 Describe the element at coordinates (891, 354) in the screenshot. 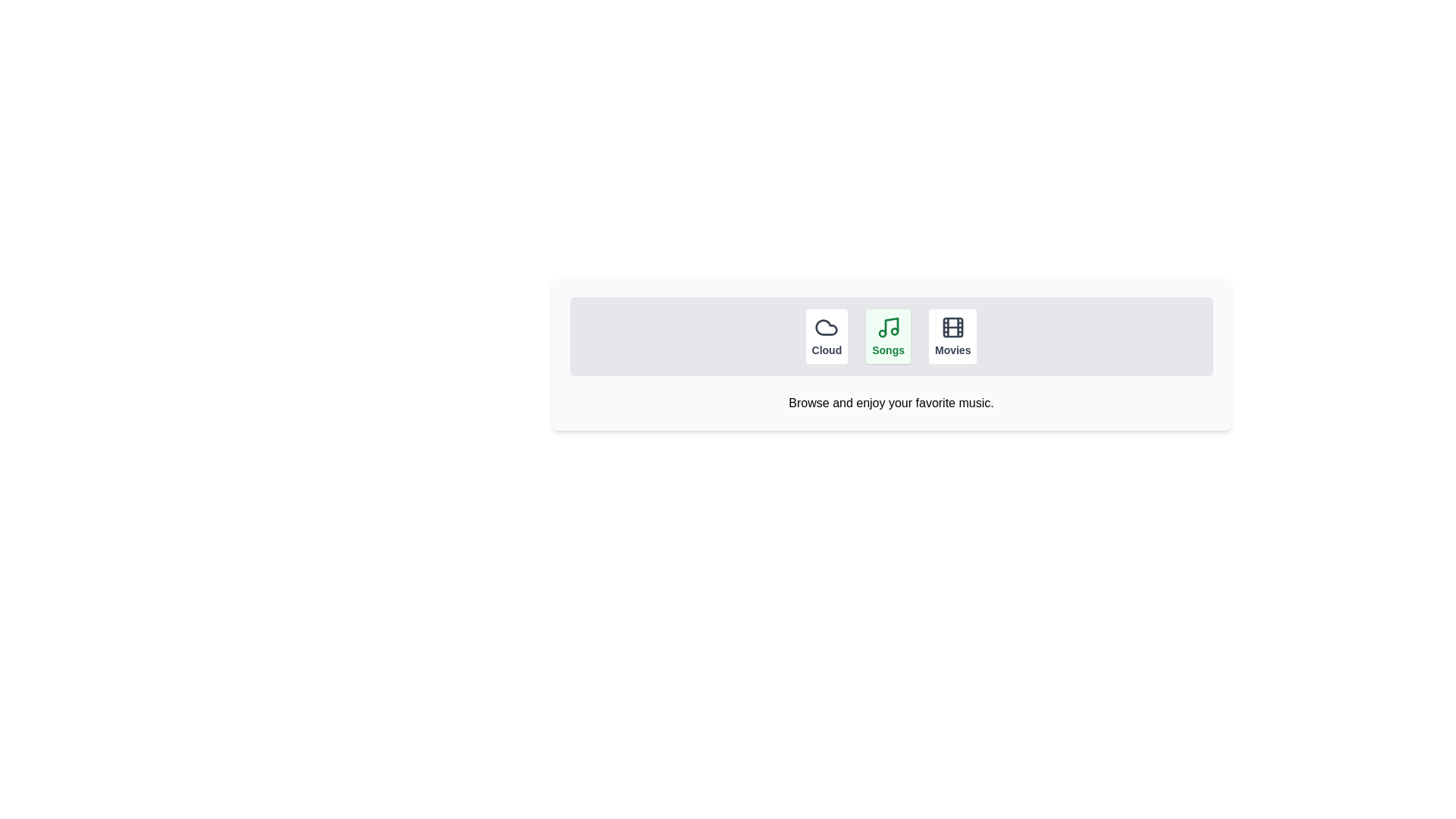

I see `the 'Songs' option in the interactive card-based menu, which is a rectangular box with a light gray background and rounded corners` at that location.